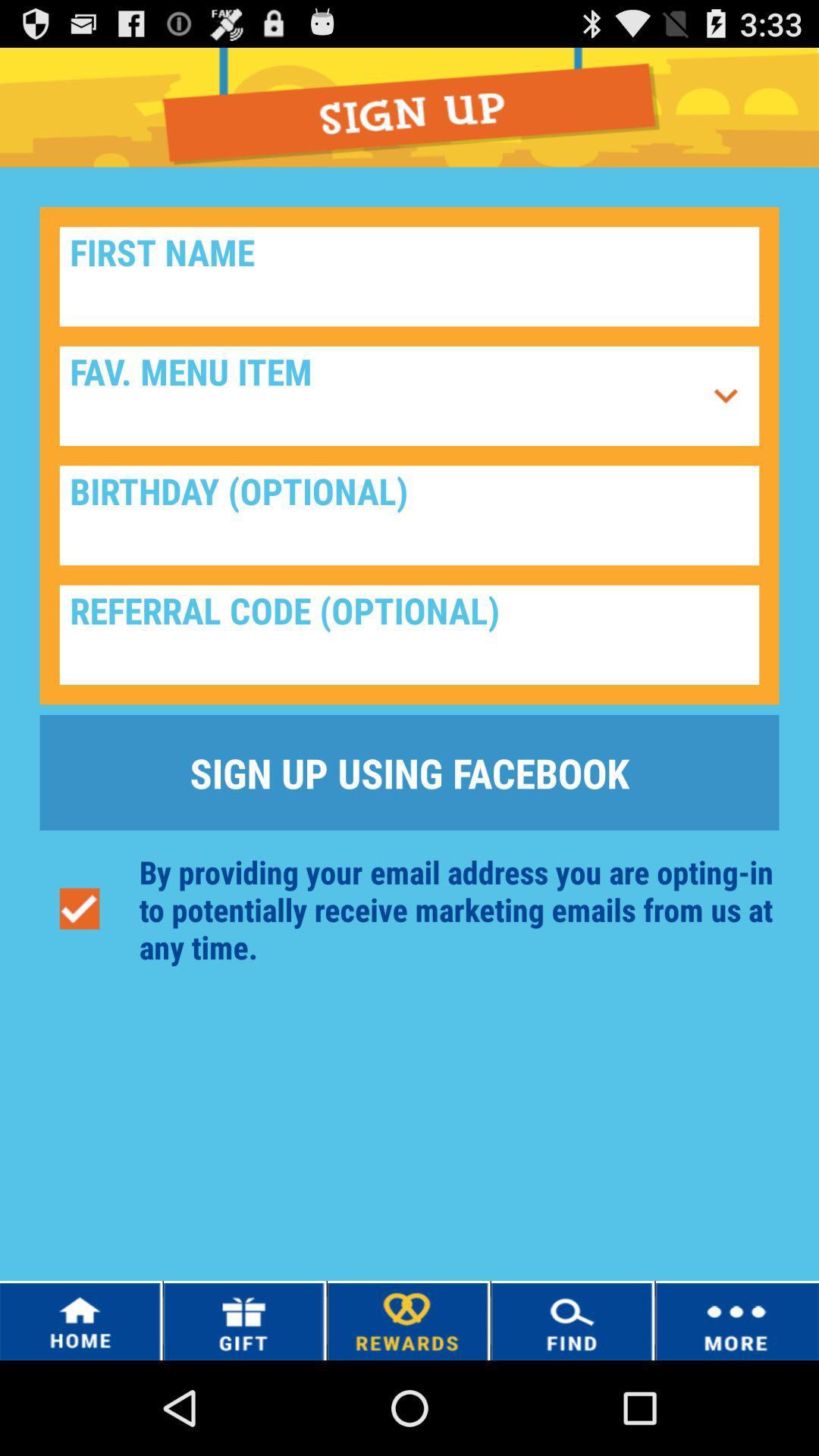  What do you see at coordinates (409, 772) in the screenshot?
I see `sign up using` at bounding box center [409, 772].